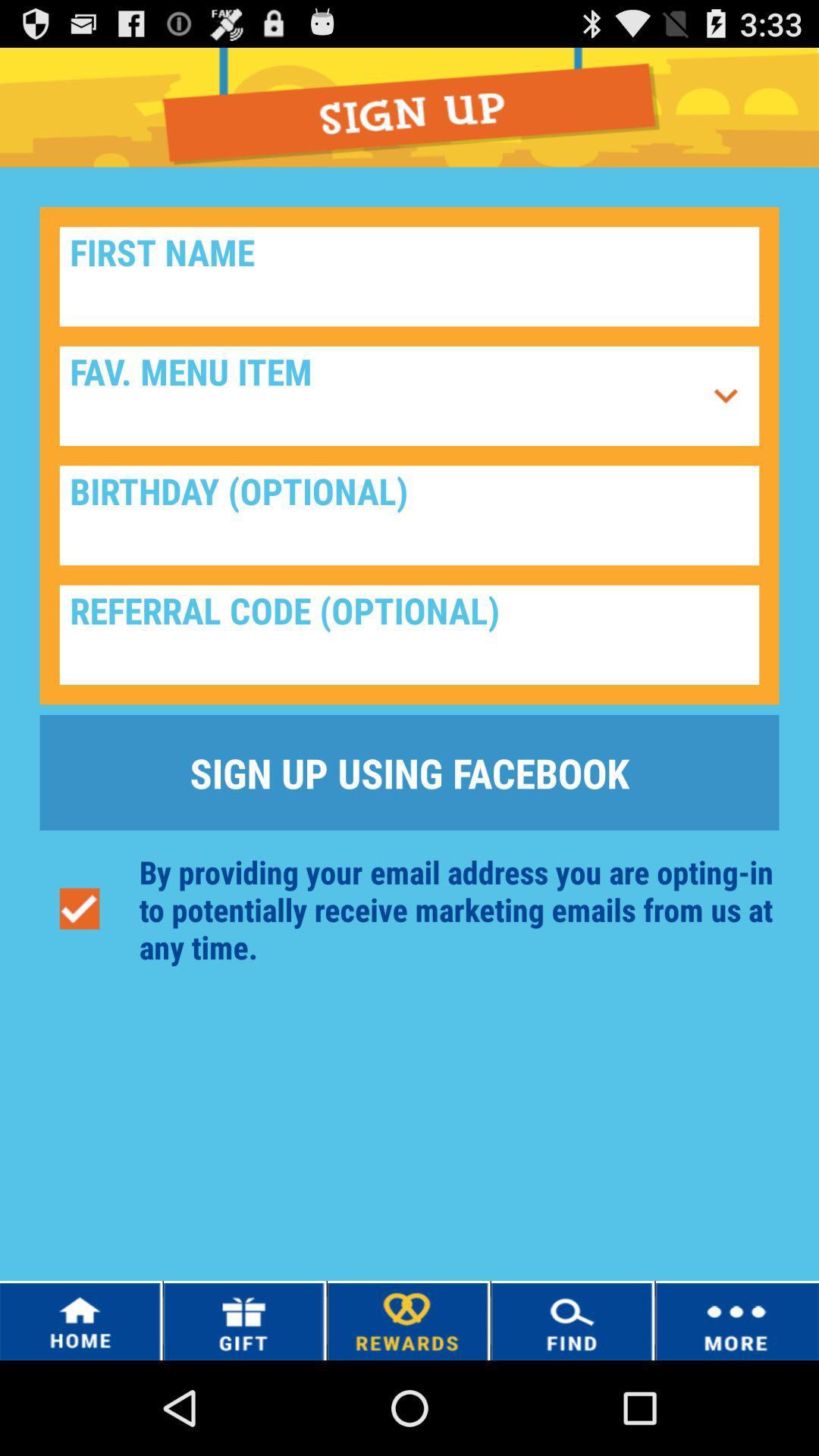  What do you see at coordinates (409, 772) in the screenshot?
I see `sign up using` at bounding box center [409, 772].